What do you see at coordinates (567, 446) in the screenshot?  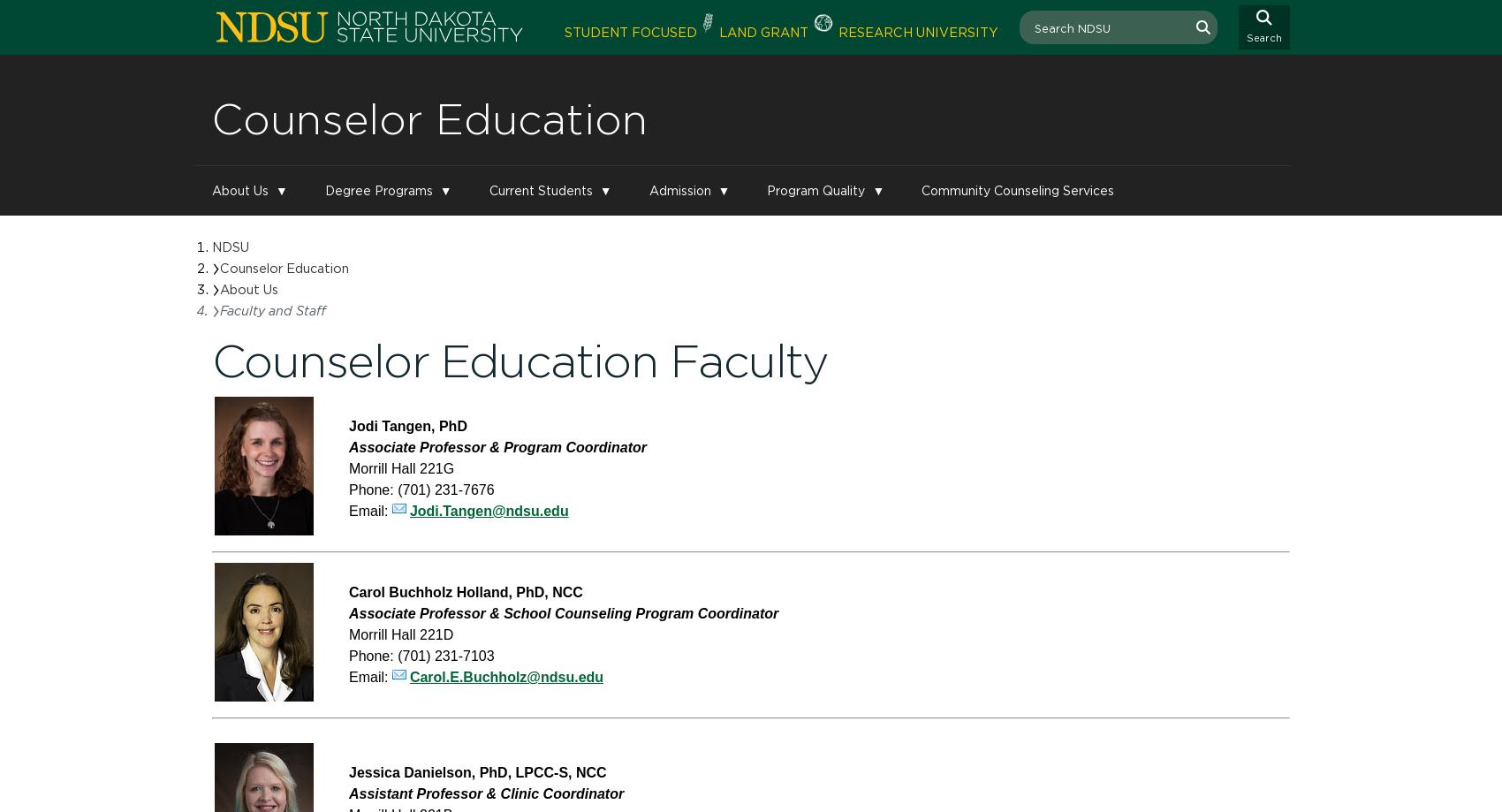 I see `'& Program Coordinator'` at bounding box center [567, 446].